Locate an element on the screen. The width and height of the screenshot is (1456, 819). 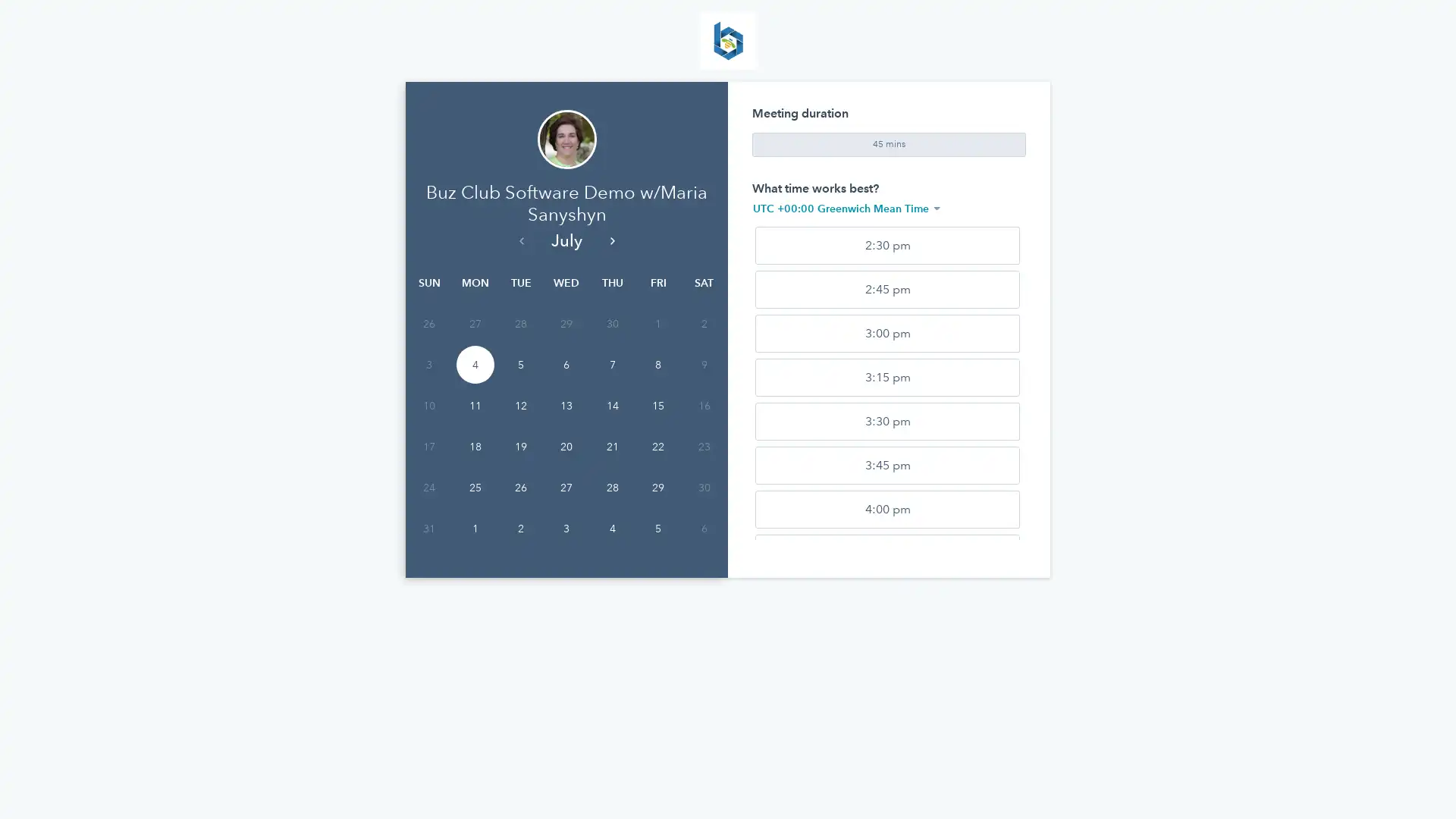
July 6th is located at coordinates (566, 365).